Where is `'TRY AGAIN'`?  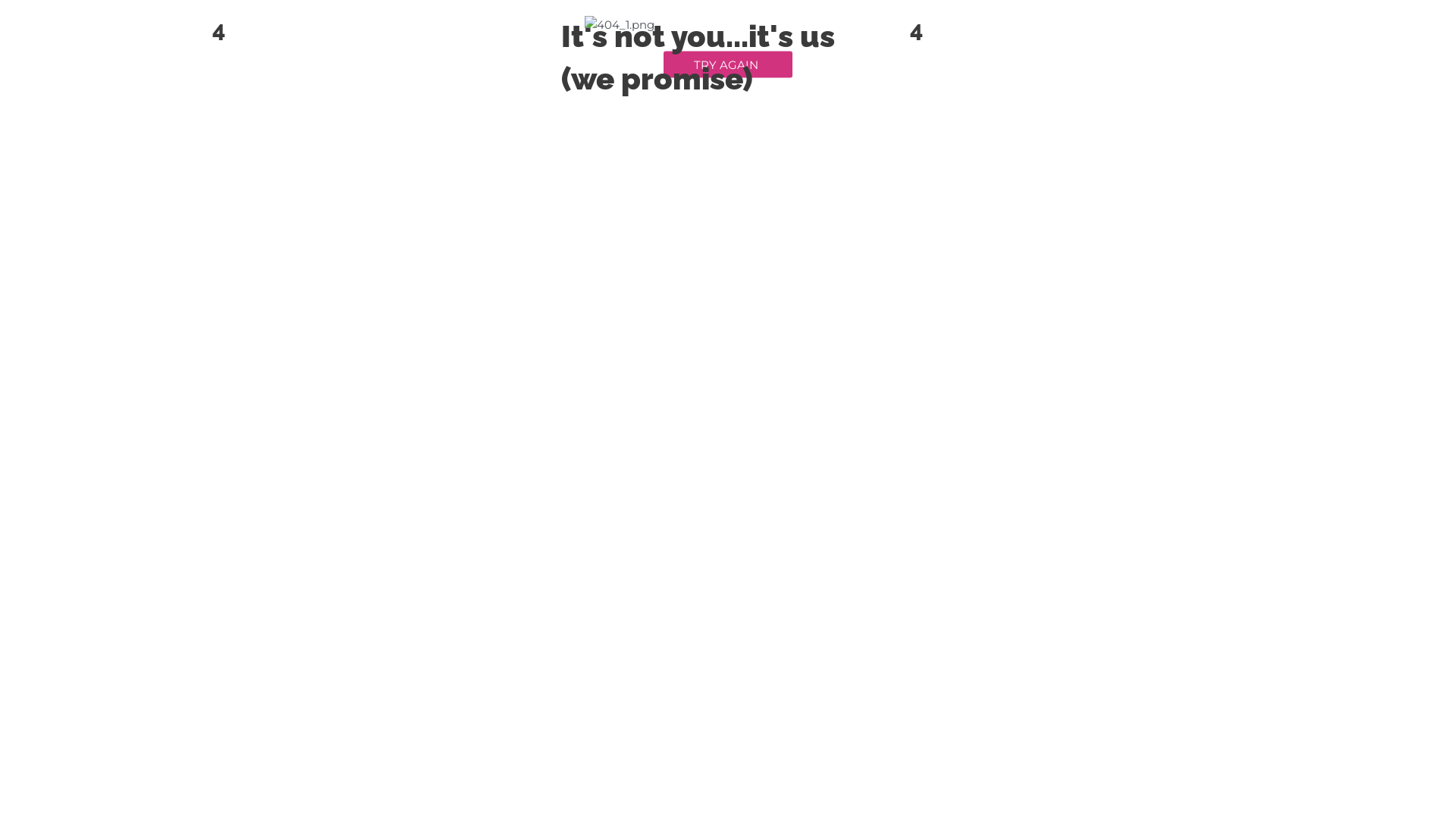
'TRY AGAIN' is located at coordinates (728, 63).